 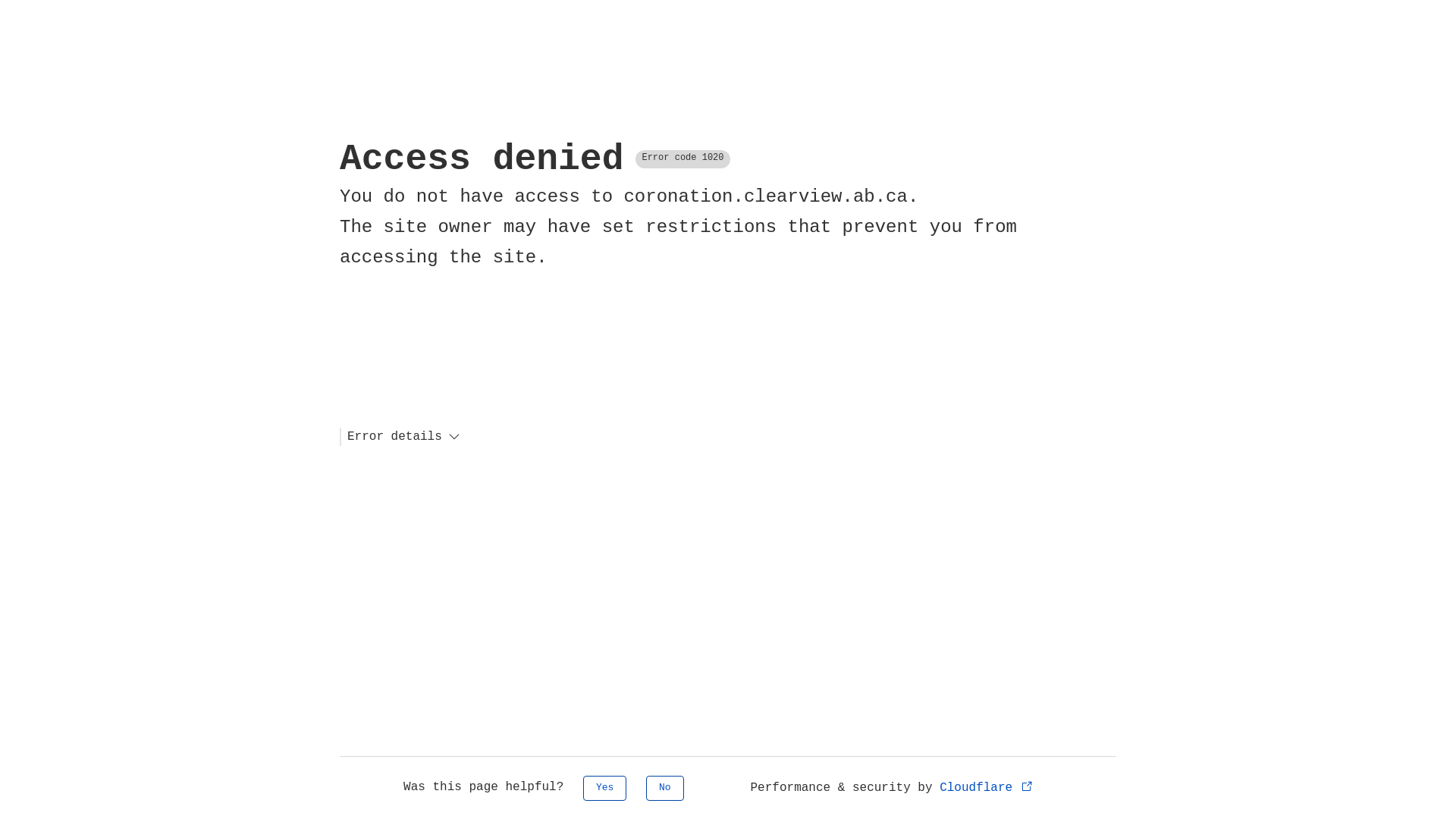 I want to click on 'No', so click(x=645, y=787).